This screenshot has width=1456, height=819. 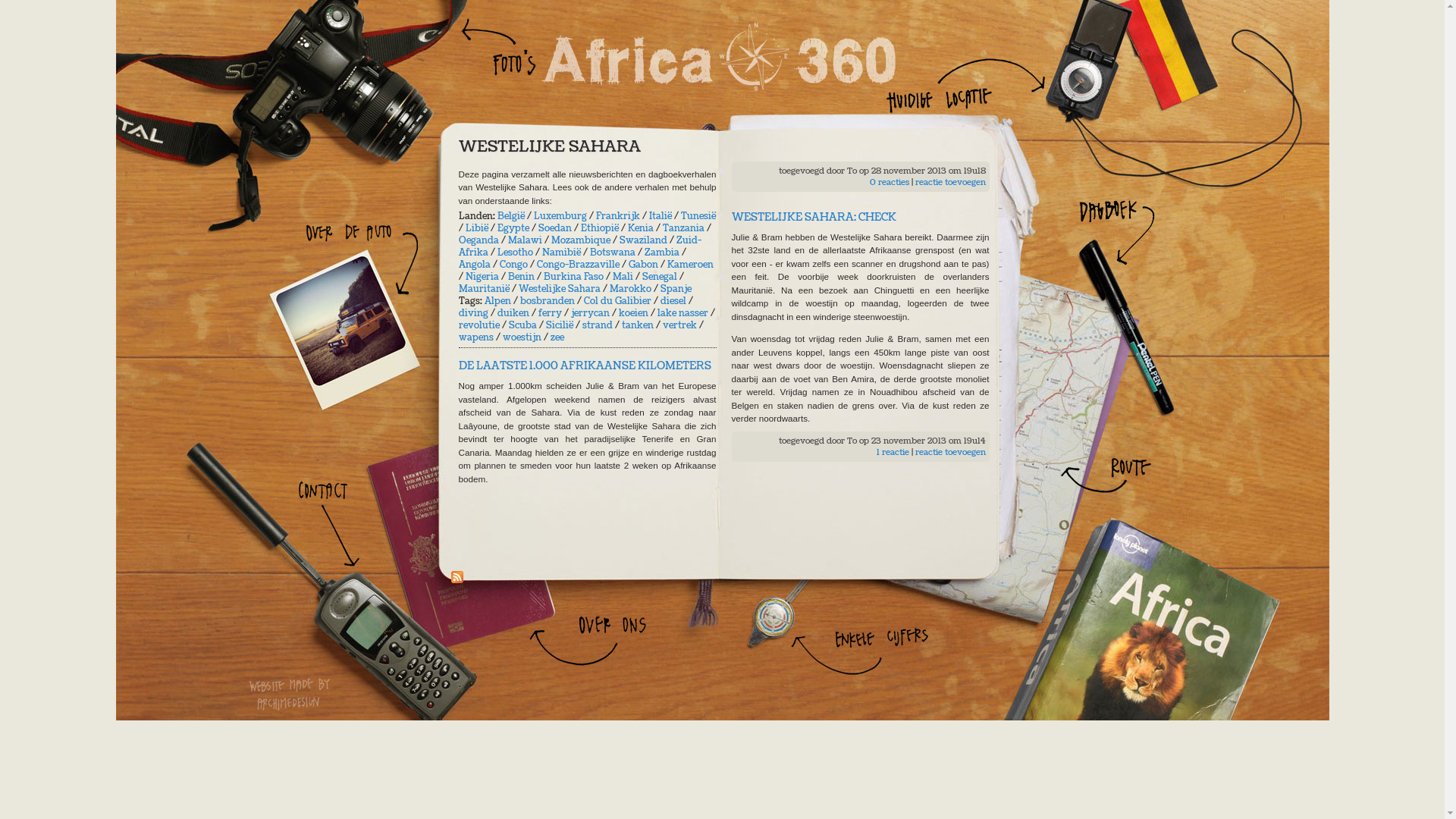 What do you see at coordinates (577, 263) in the screenshot?
I see `'Congo-Brazzaville'` at bounding box center [577, 263].